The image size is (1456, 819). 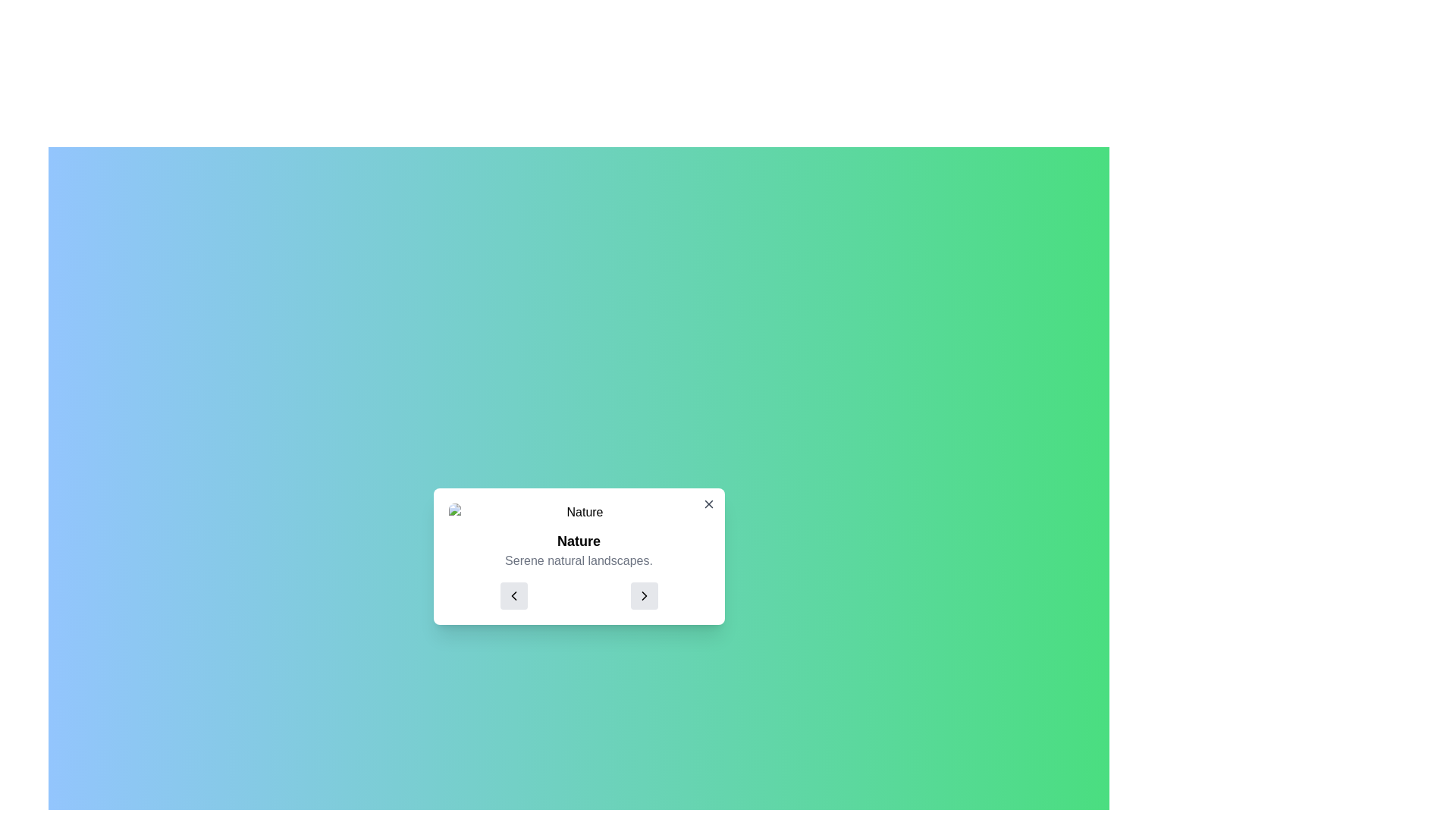 What do you see at coordinates (578, 561) in the screenshot?
I see `the static text element that provides additional context related to the title 'Nature', located below the title within a white, rounded box` at bounding box center [578, 561].